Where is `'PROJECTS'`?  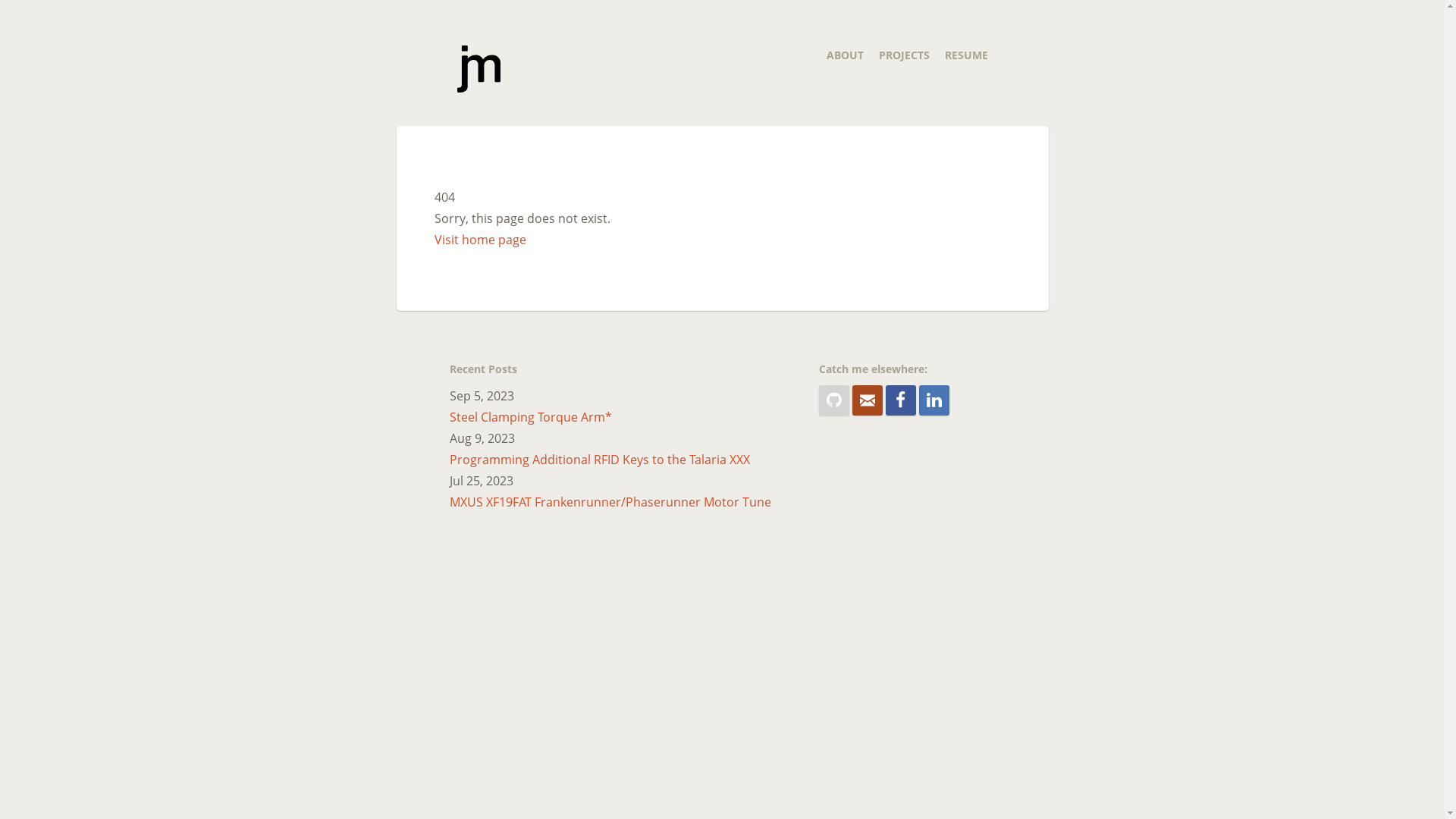 'PROJECTS' is located at coordinates (903, 54).